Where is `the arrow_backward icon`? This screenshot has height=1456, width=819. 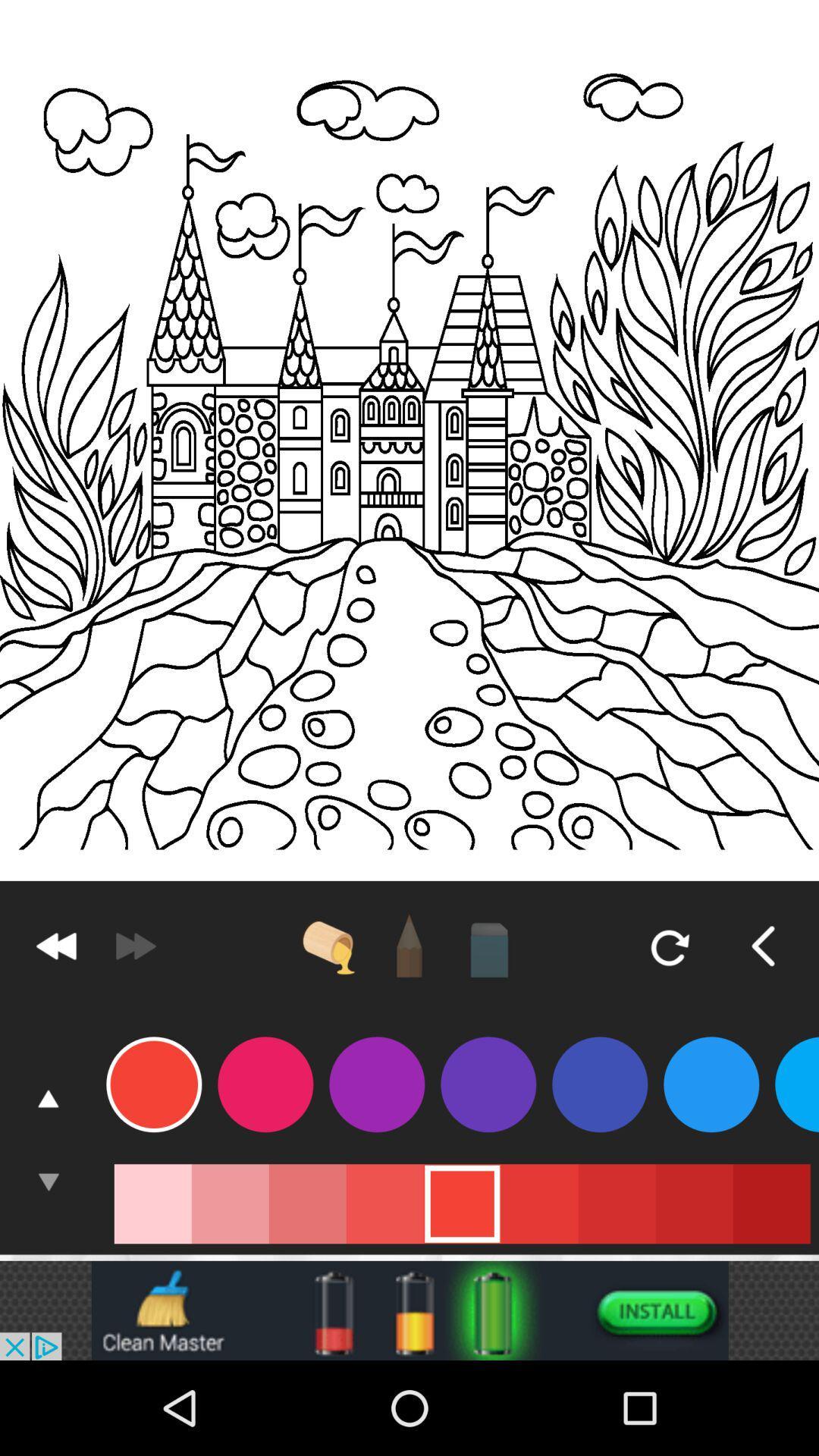
the arrow_backward icon is located at coordinates (763, 1012).